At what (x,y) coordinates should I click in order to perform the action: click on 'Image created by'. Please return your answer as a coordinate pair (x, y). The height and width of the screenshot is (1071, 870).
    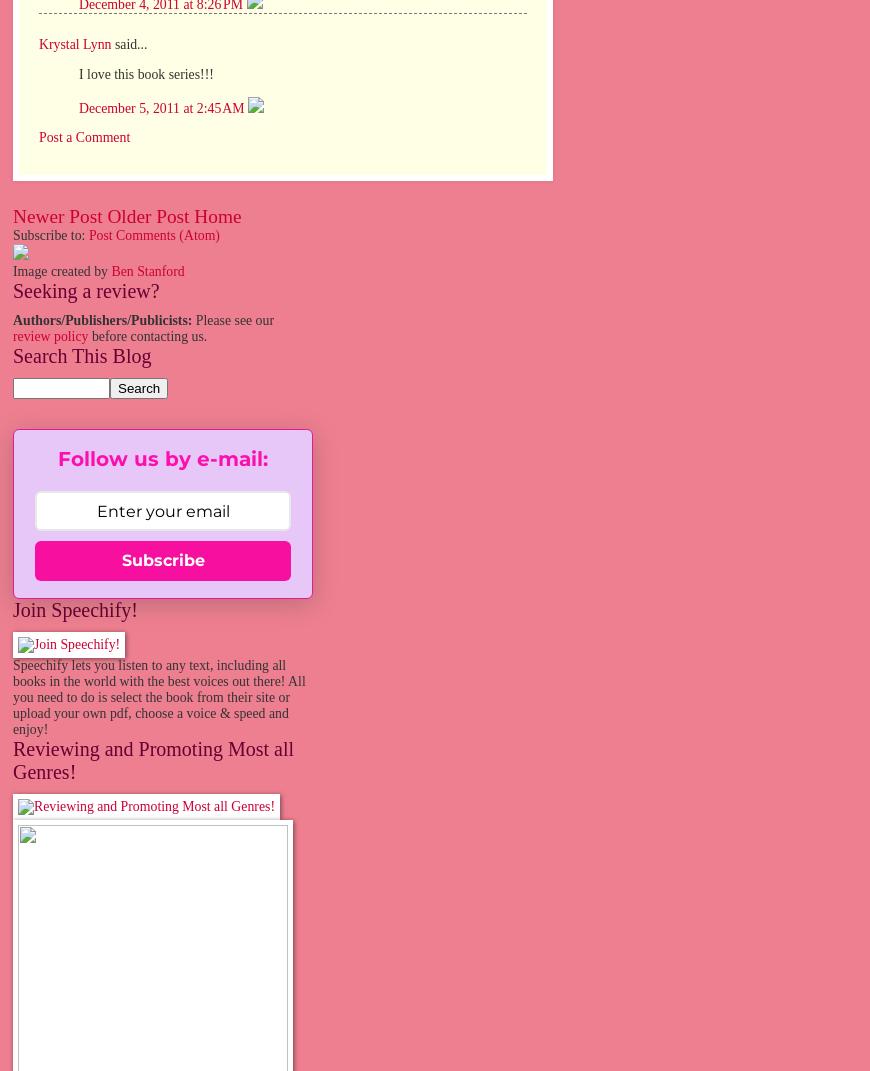
    Looking at the image, I should click on (11, 271).